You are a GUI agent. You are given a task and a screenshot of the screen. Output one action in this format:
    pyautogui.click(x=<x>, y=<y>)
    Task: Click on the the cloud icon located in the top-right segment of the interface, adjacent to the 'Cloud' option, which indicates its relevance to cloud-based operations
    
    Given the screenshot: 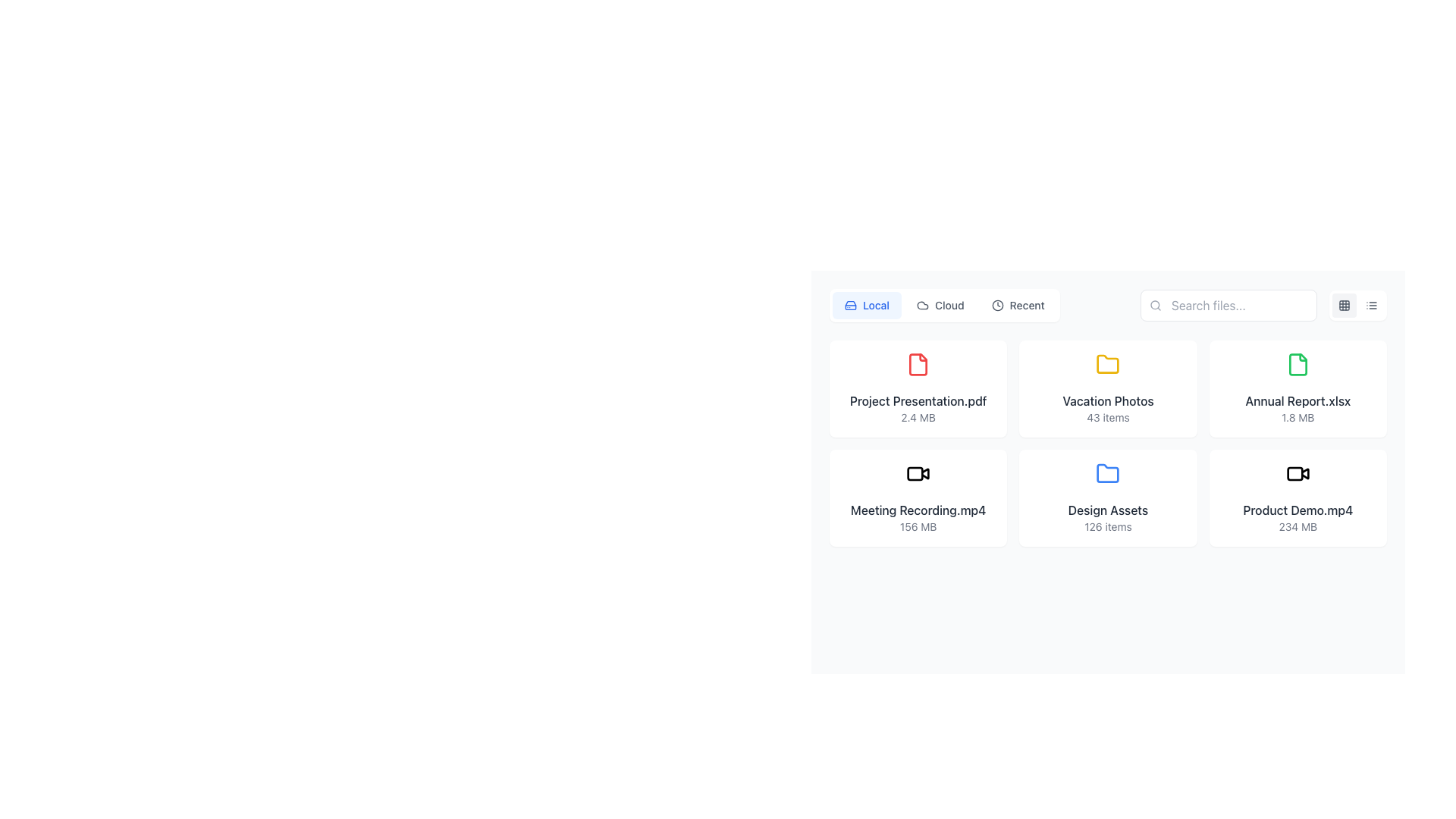 What is the action you would take?
    pyautogui.click(x=922, y=305)
    